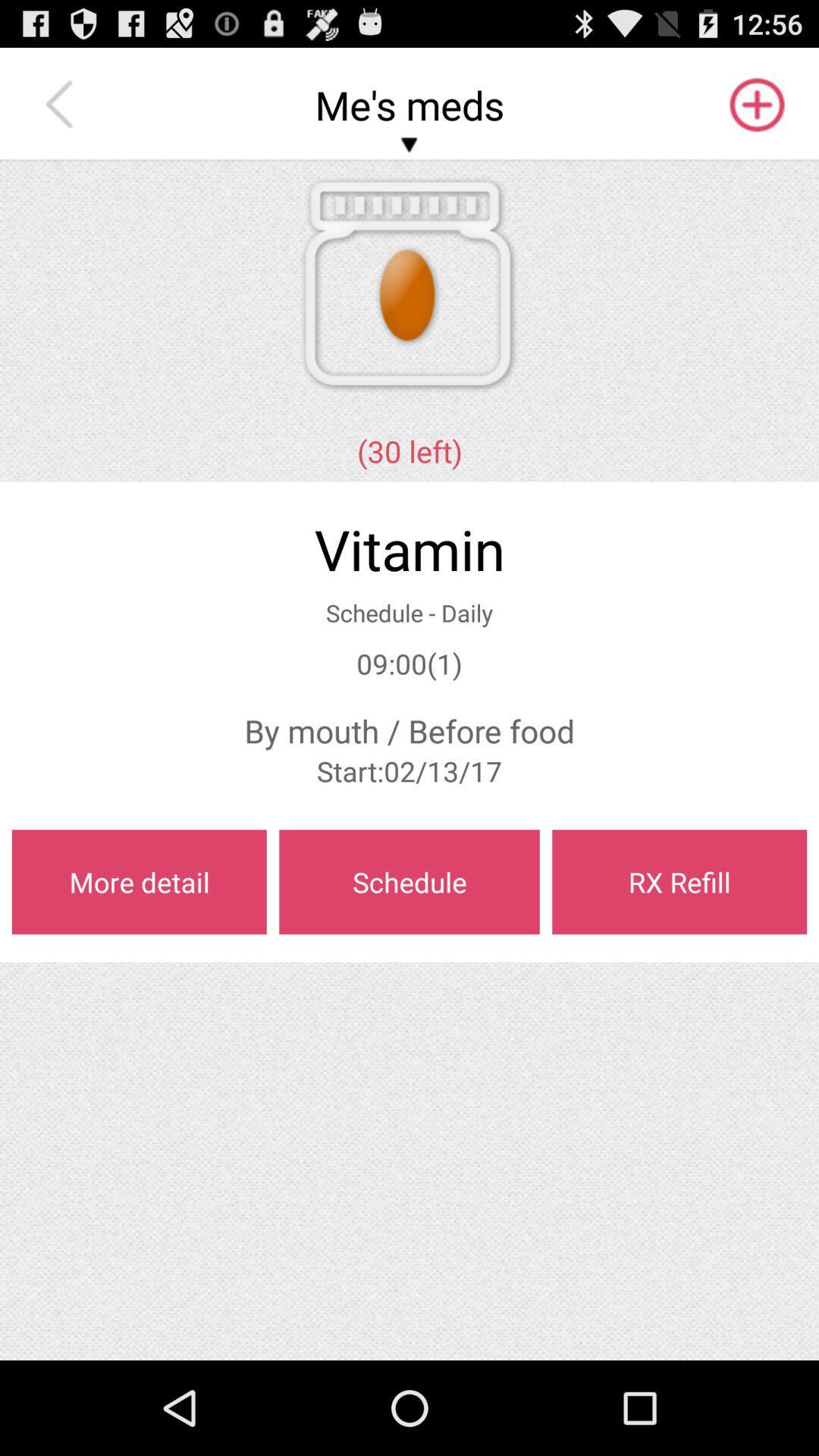  Describe the element at coordinates (62, 104) in the screenshot. I see `item next to the me's meds item` at that location.